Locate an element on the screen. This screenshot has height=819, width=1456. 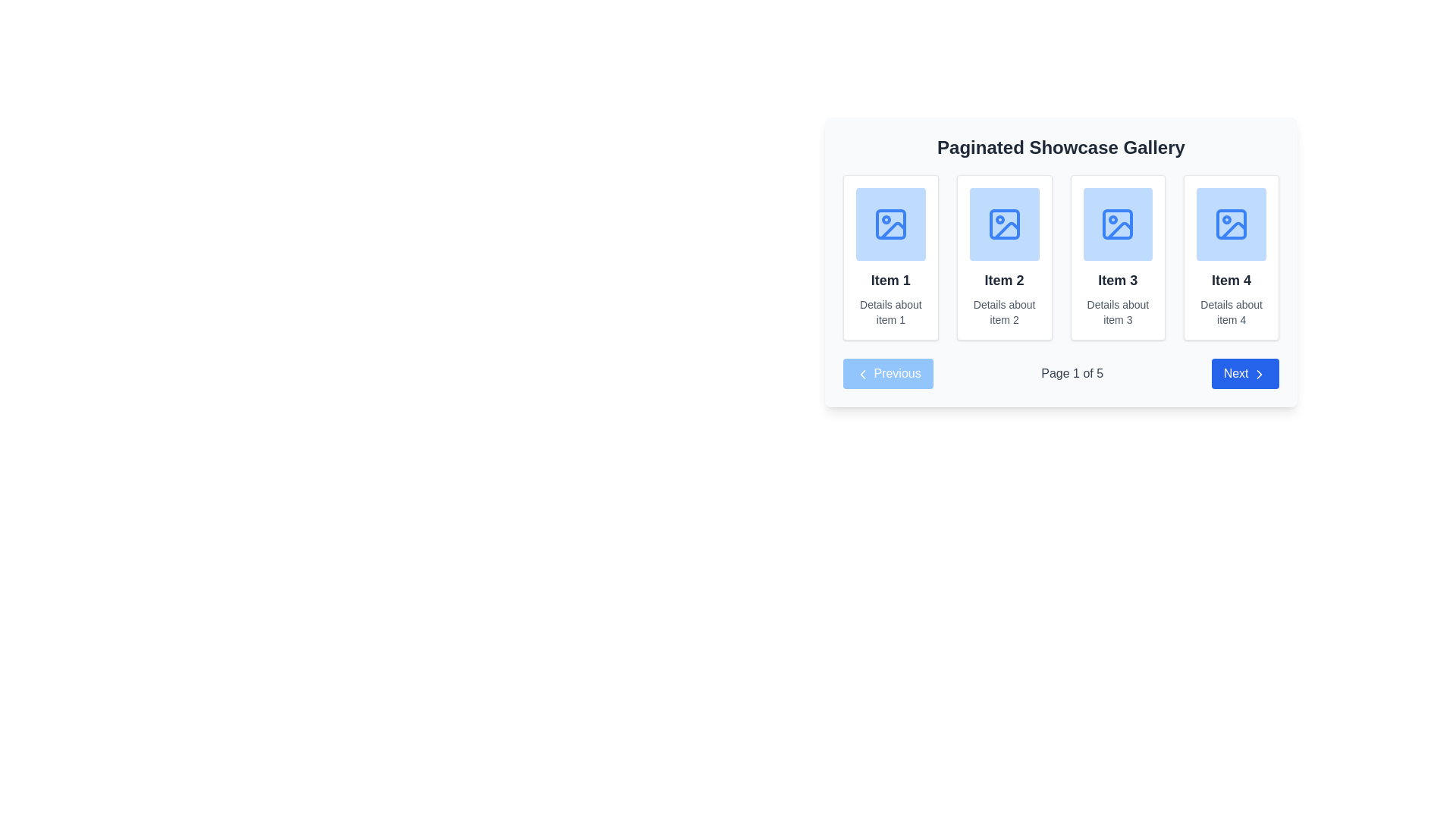
the decorative rectangle icon component, which is a small blue rectangle with rounded corners located within the image icon on the fourth card in the gallery is located at coordinates (1232, 224).